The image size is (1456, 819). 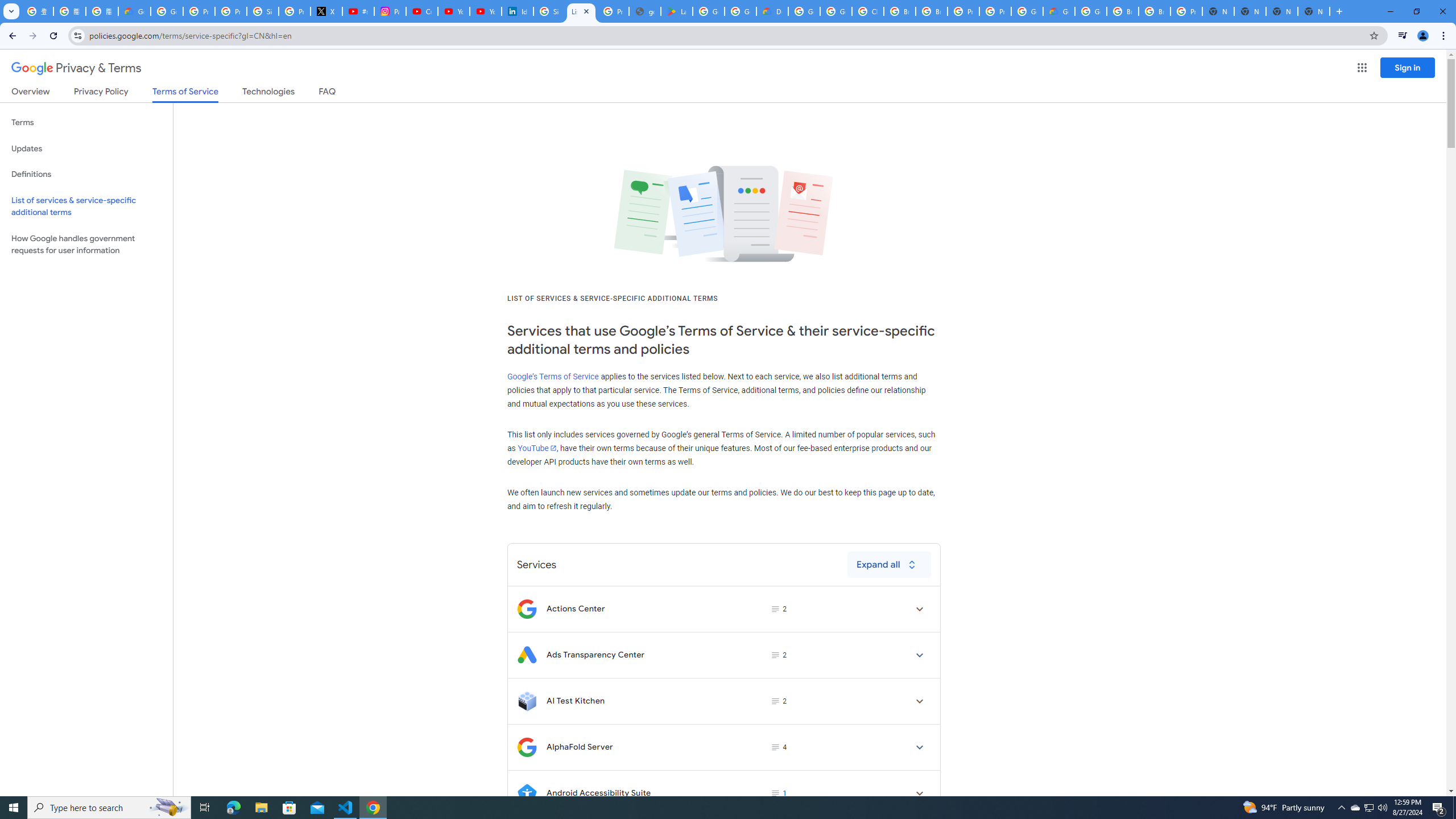 I want to click on 'How Google handles government requests for user information', so click(x=86, y=243).